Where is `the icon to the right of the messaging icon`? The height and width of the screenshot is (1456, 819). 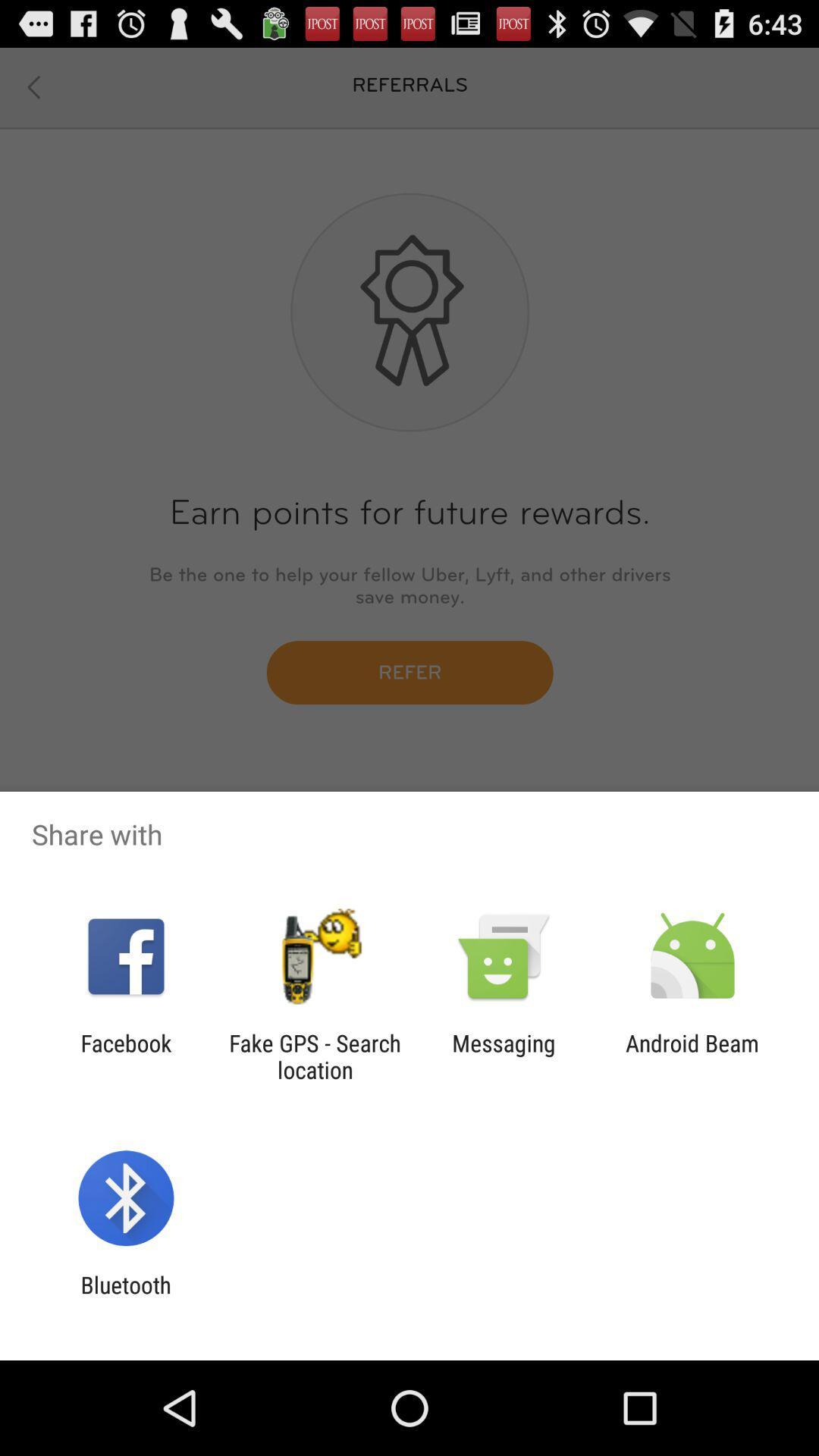
the icon to the right of the messaging icon is located at coordinates (692, 1056).